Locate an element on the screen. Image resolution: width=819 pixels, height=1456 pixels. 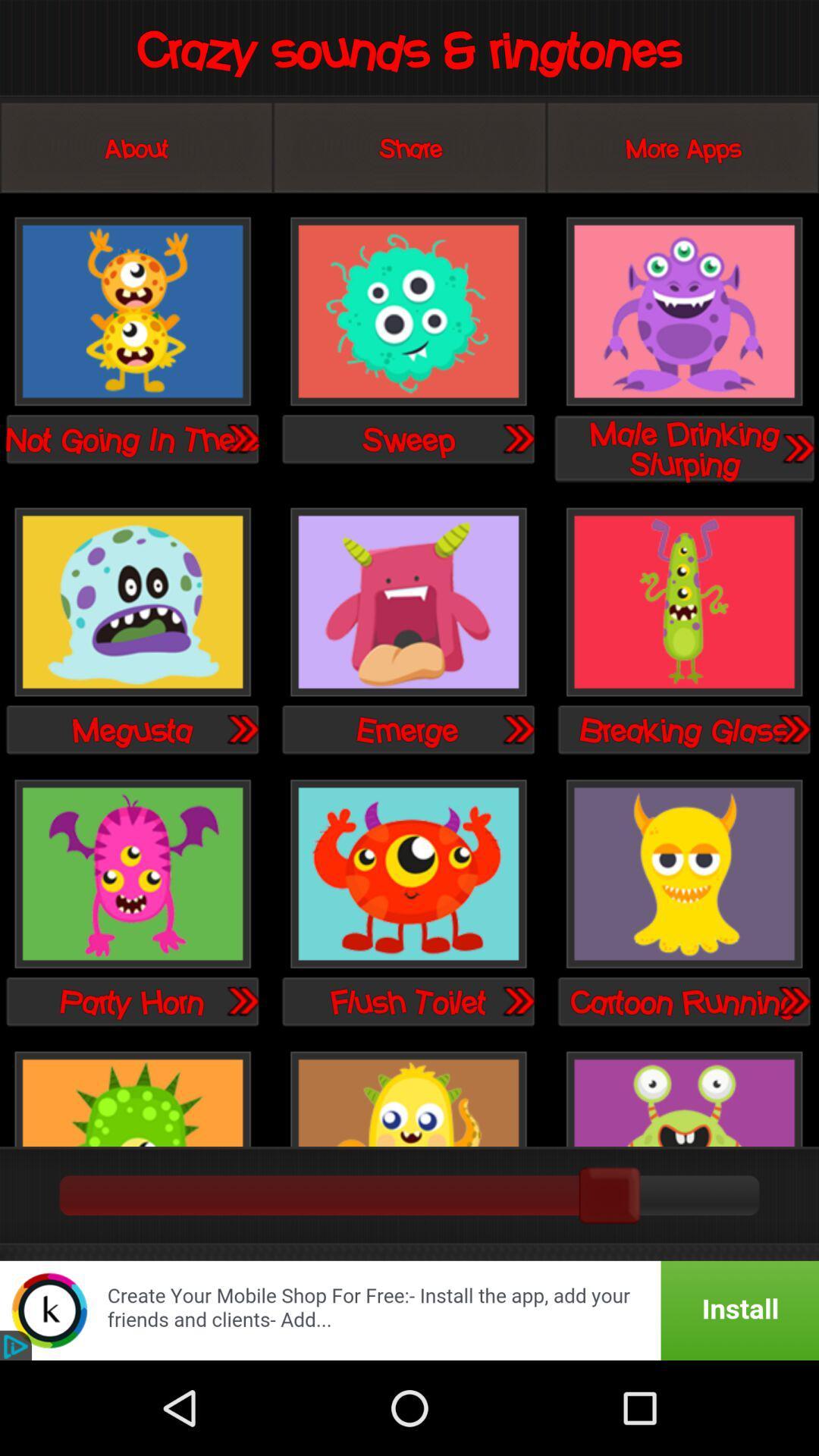
go forward is located at coordinates (517, 1001).